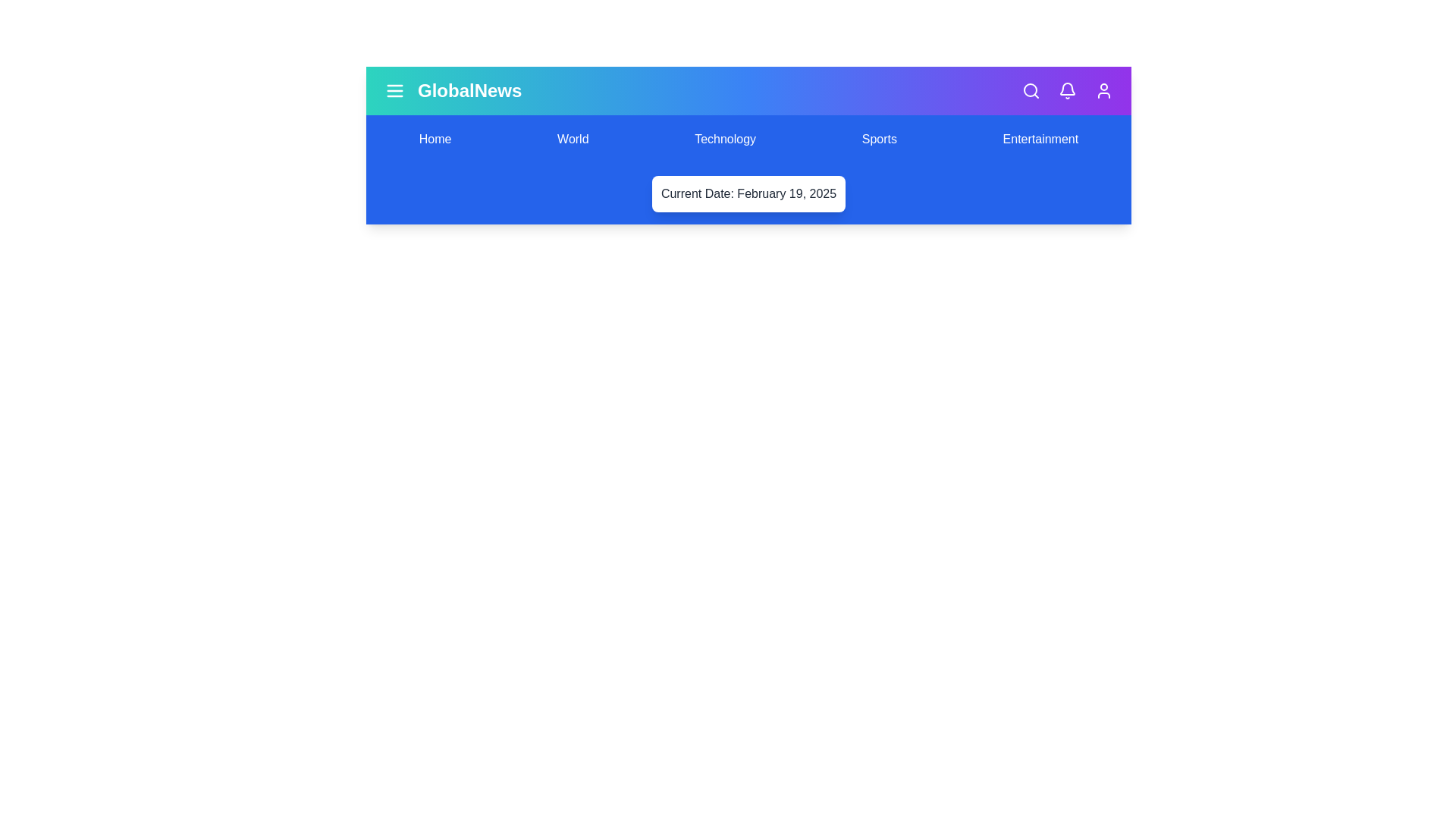 The image size is (1456, 819). I want to click on the search icon to initiate a search, so click(1031, 90).